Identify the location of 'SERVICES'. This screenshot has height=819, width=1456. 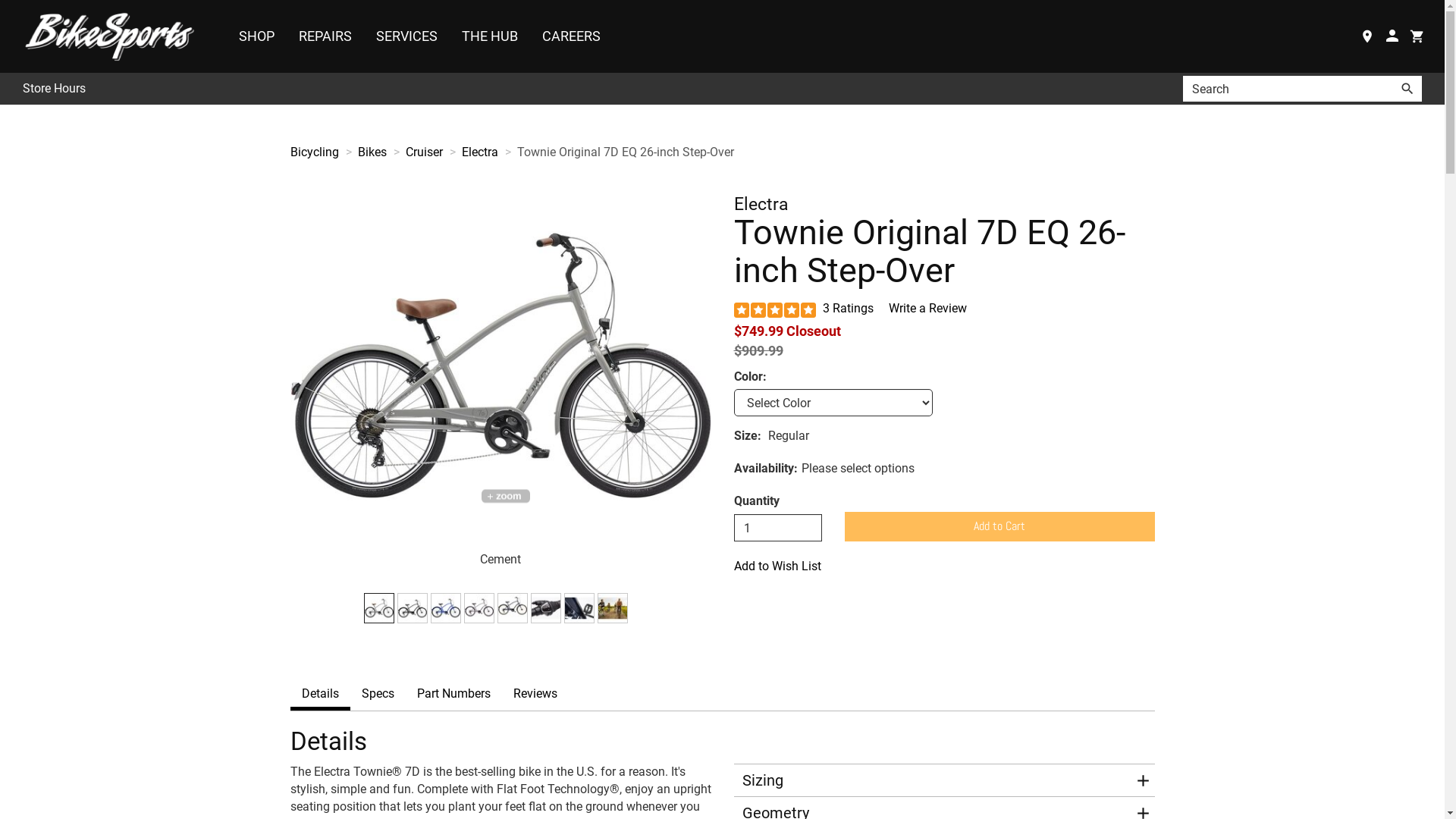
(364, 35).